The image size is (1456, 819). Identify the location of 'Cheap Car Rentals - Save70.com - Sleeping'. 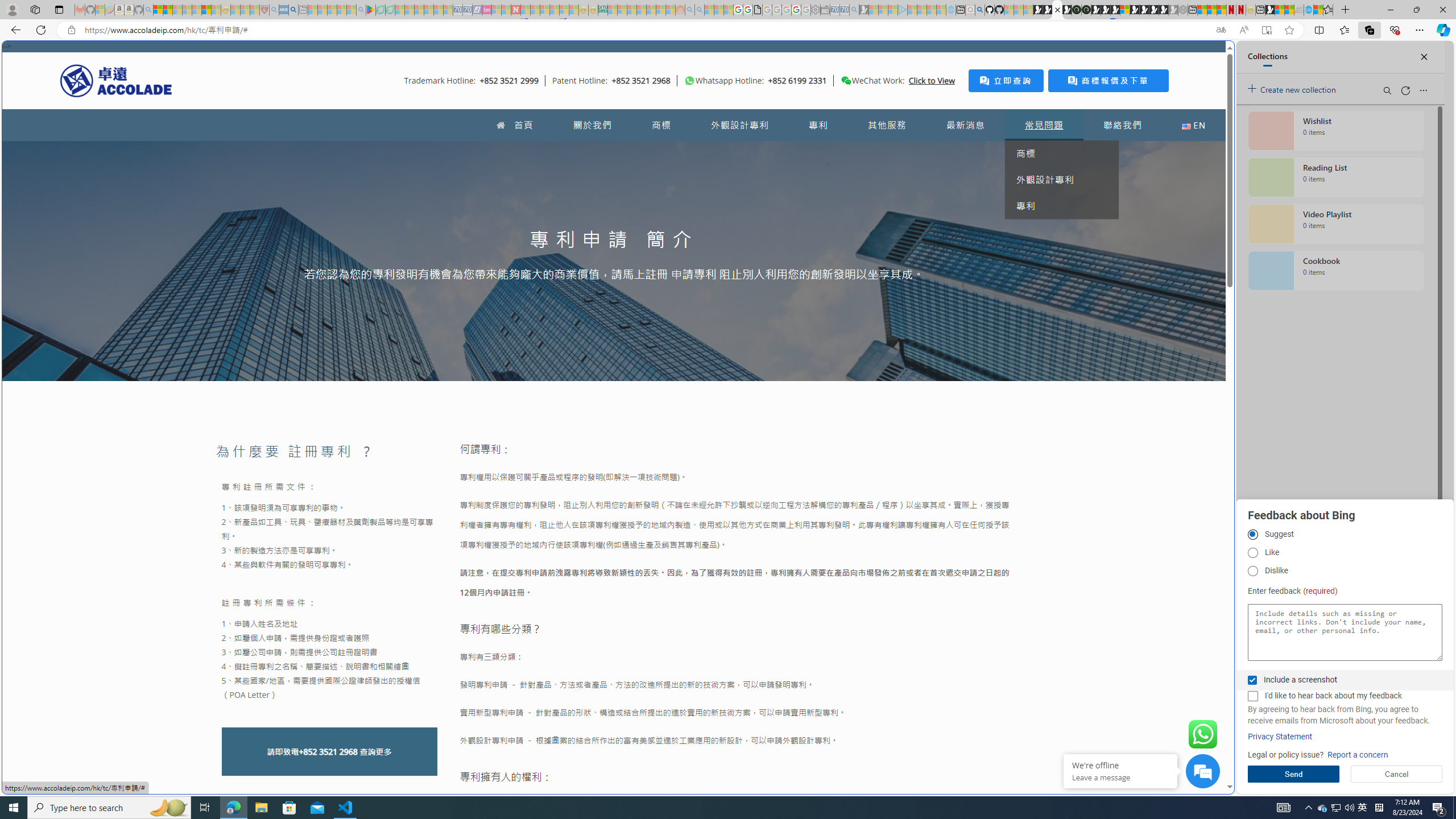
(843, 9).